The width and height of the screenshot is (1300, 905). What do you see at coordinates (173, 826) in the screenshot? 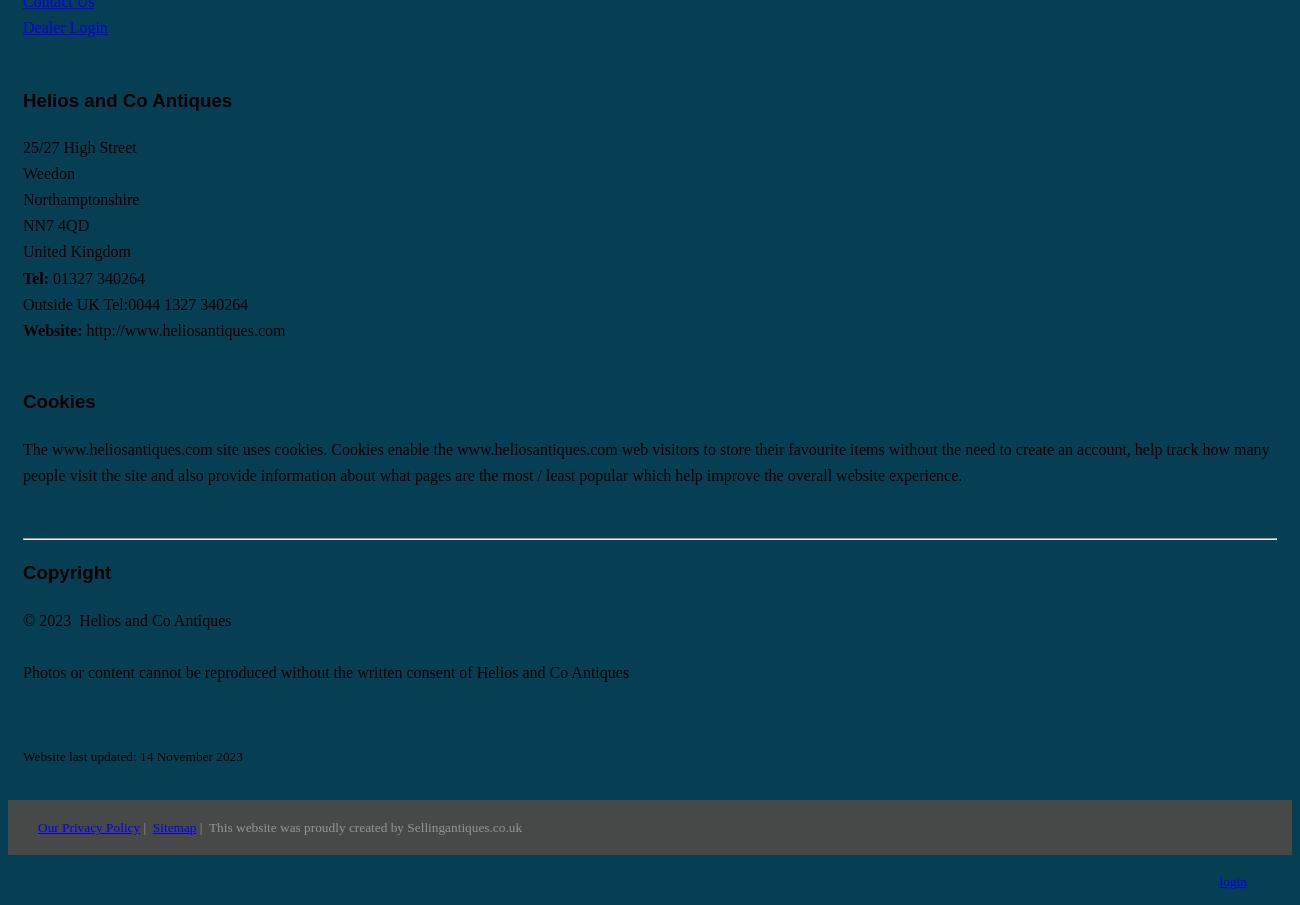
I see `'Sitemap'` at bounding box center [173, 826].